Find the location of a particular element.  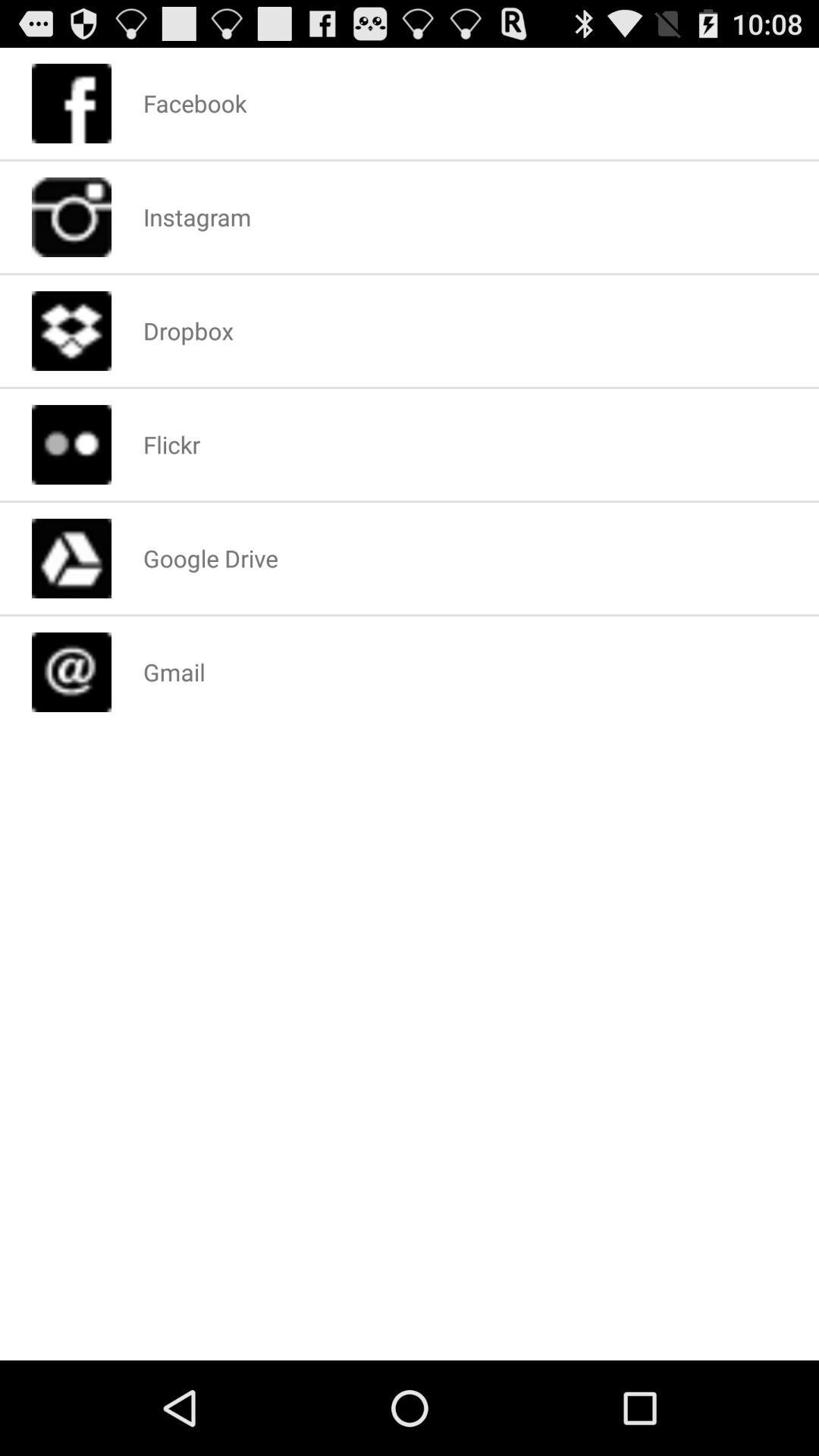

the icon below instagram icon is located at coordinates (187, 330).